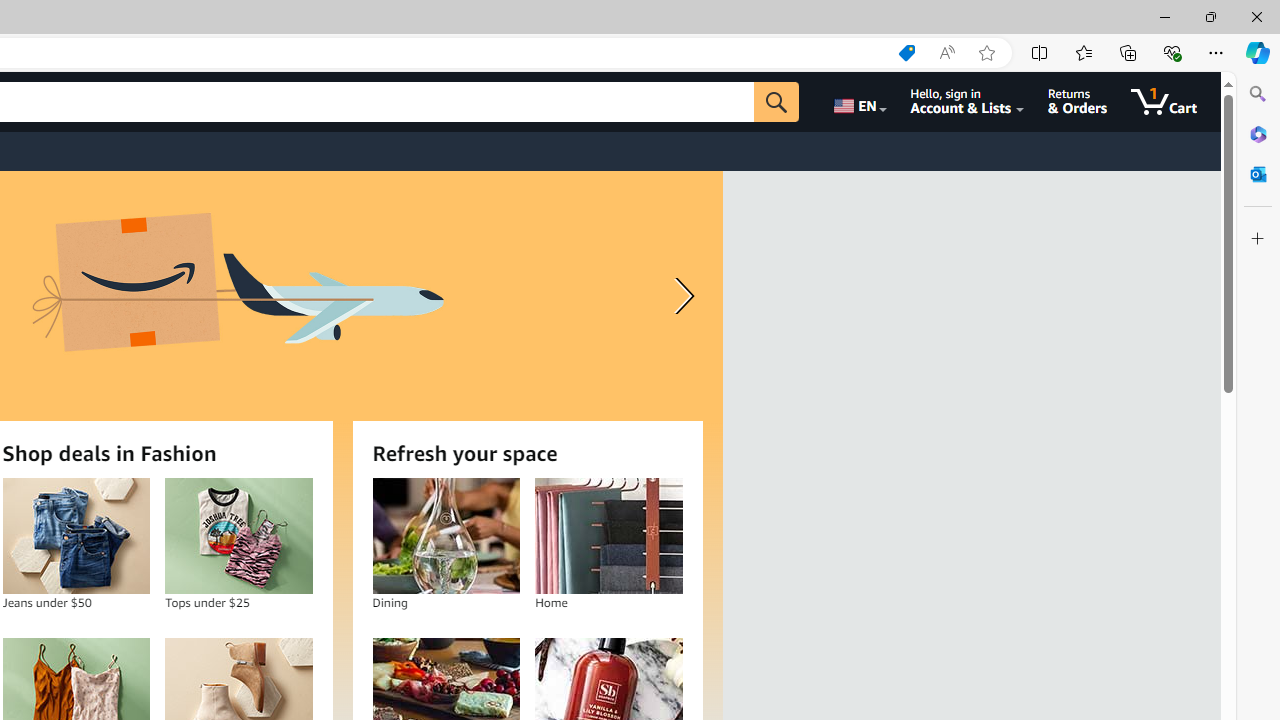 The height and width of the screenshot is (720, 1280). Describe the element at coordinates (239, 535) in the screenshot. I see `'Tops under $25'` at that location.